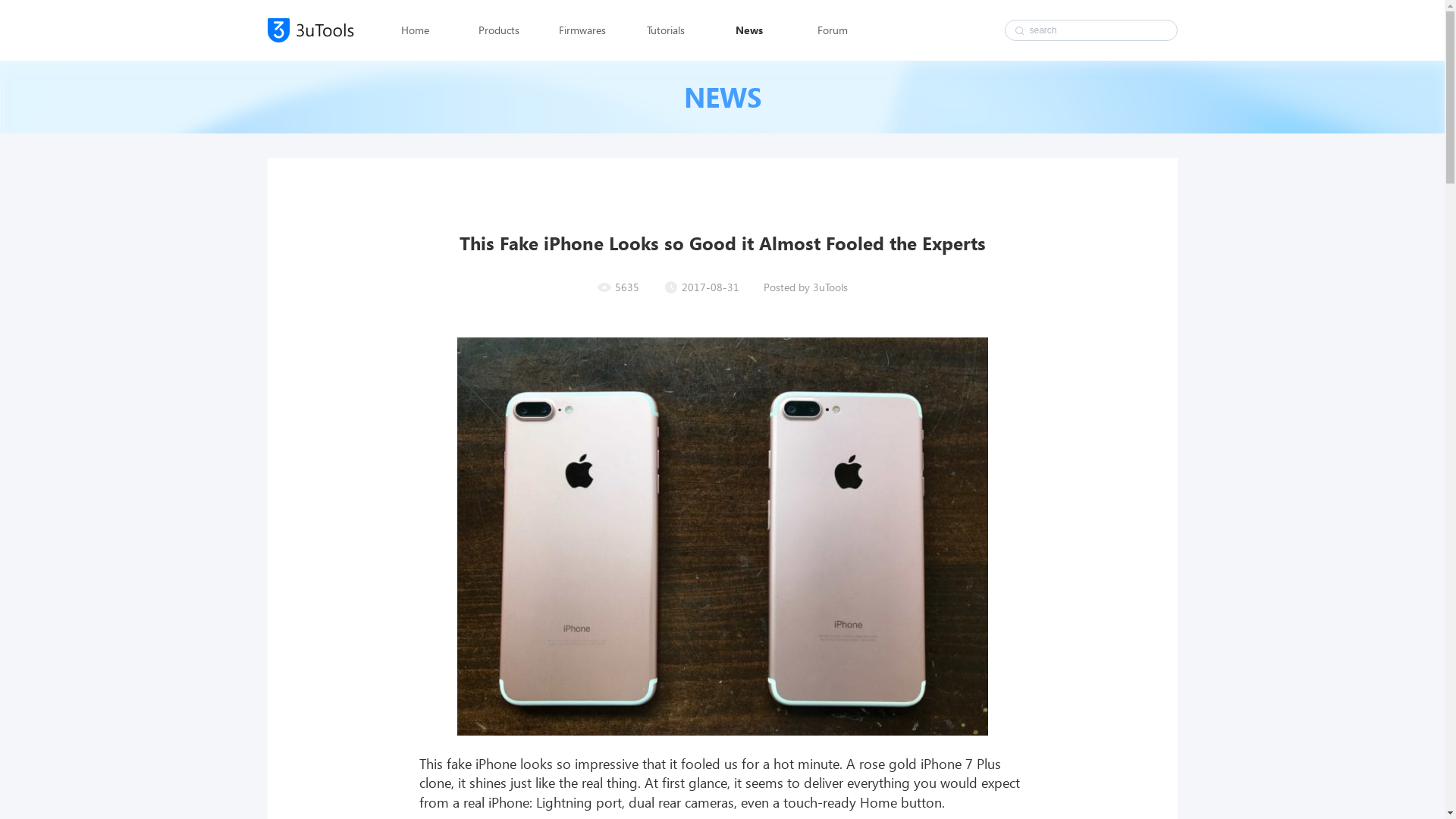  Describe the element at coordinates (554, 30) in the screenshot. I see `'Firmwares'` at that location.